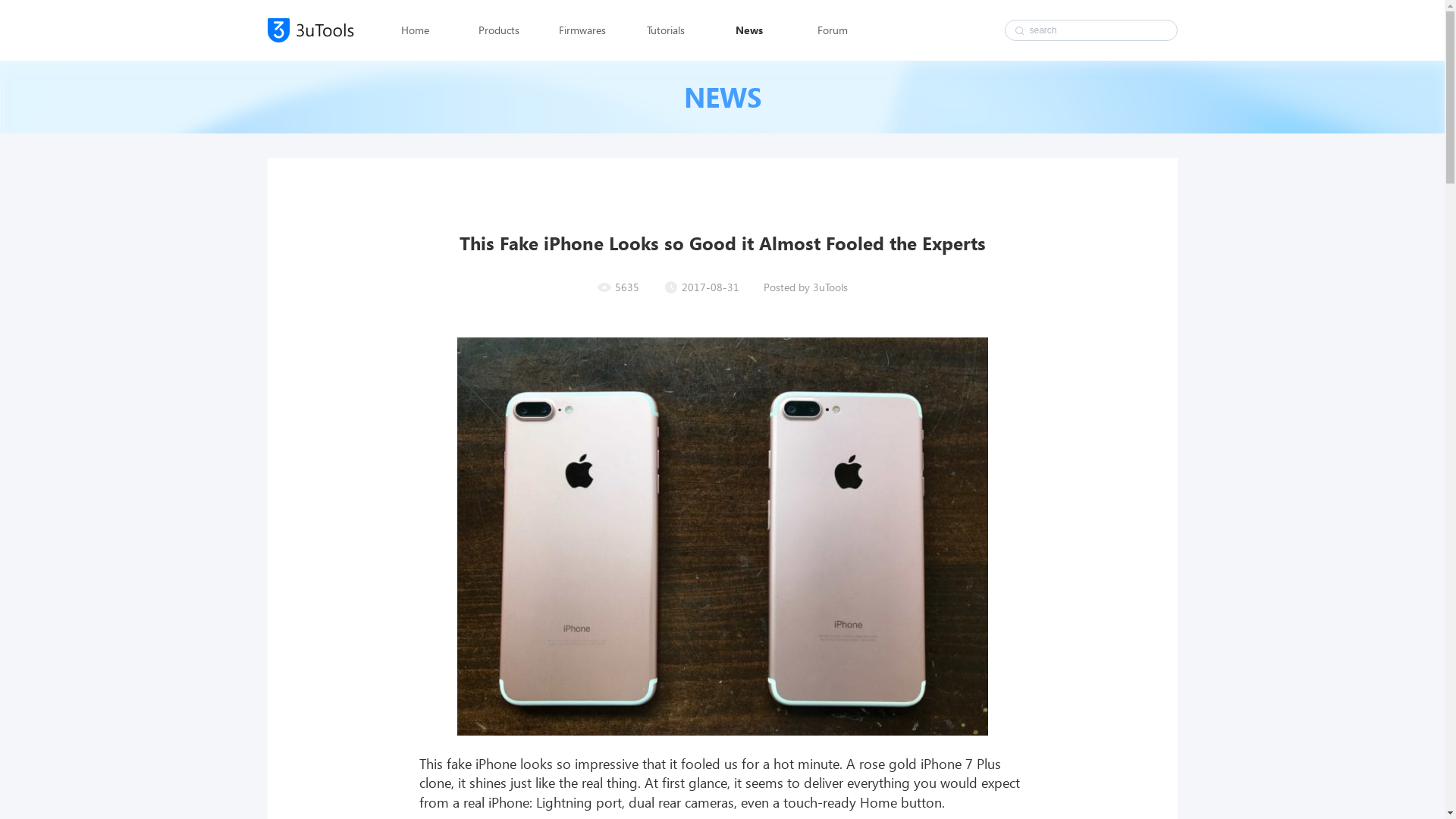  Describe the element at coordinates (554, 30) in the screenshot. I see `'Firmwares'` at that location.